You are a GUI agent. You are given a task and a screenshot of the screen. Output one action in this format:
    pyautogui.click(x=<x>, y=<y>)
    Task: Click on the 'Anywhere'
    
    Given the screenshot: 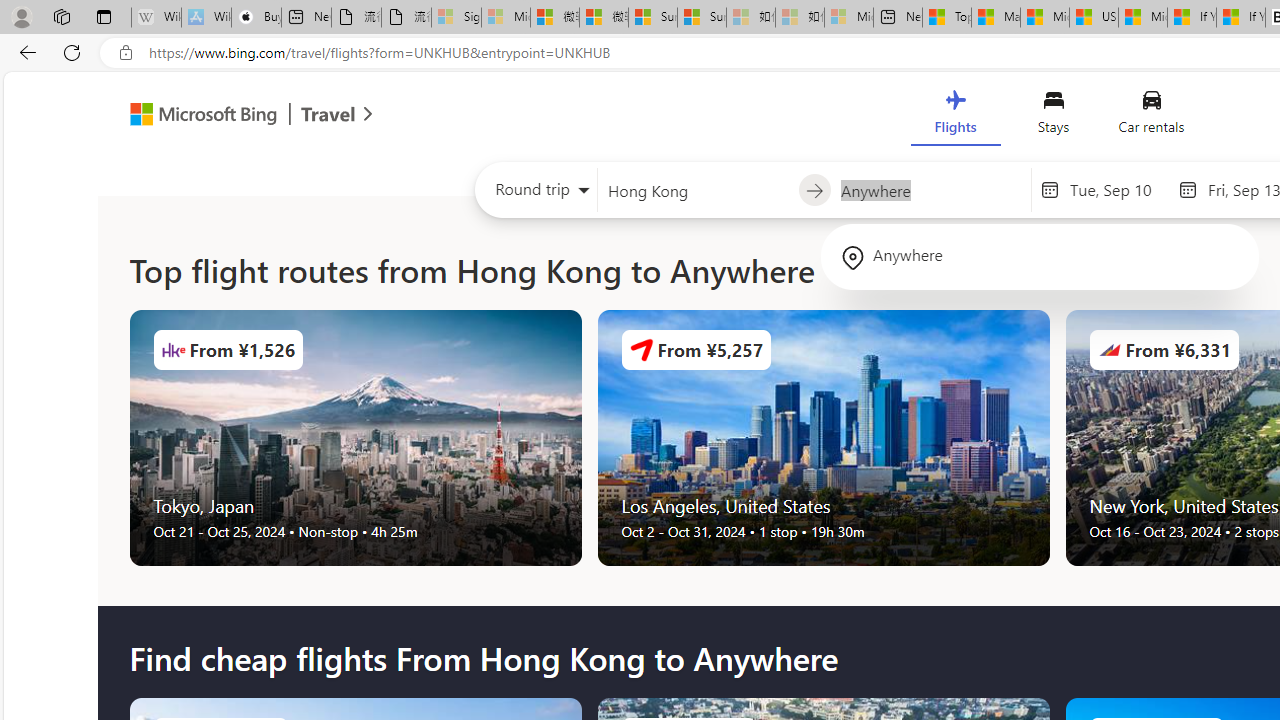 What is the action you would take?
    pyautogui.click(x=1040, y=256)
    